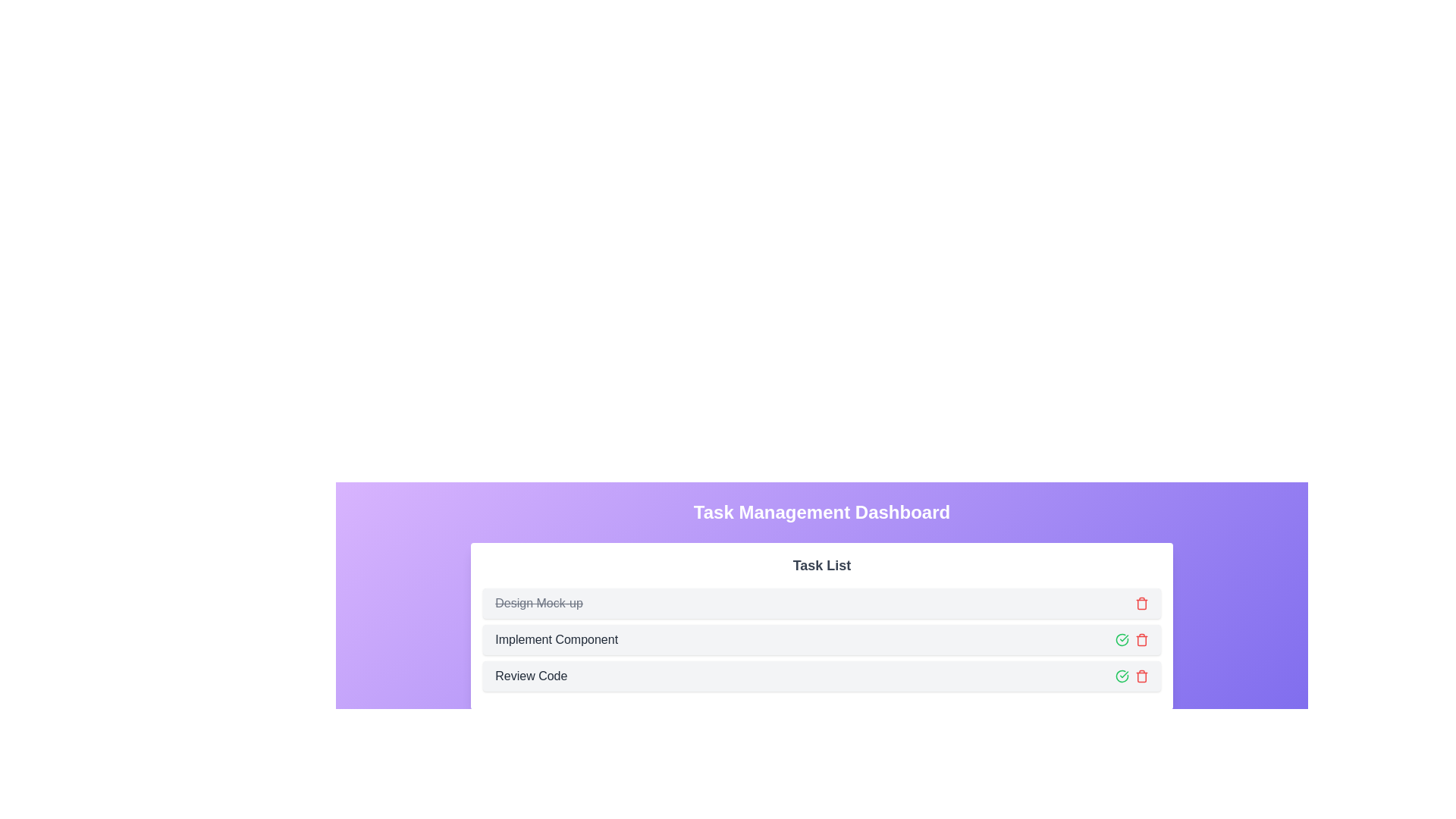  What do you see at coordinates (538, 602) in the screenshot?
I see `the text element displaying 'Design Mock-up' which has a strikethrough style and is in a grayish tone` at bounding box center [538, 602].